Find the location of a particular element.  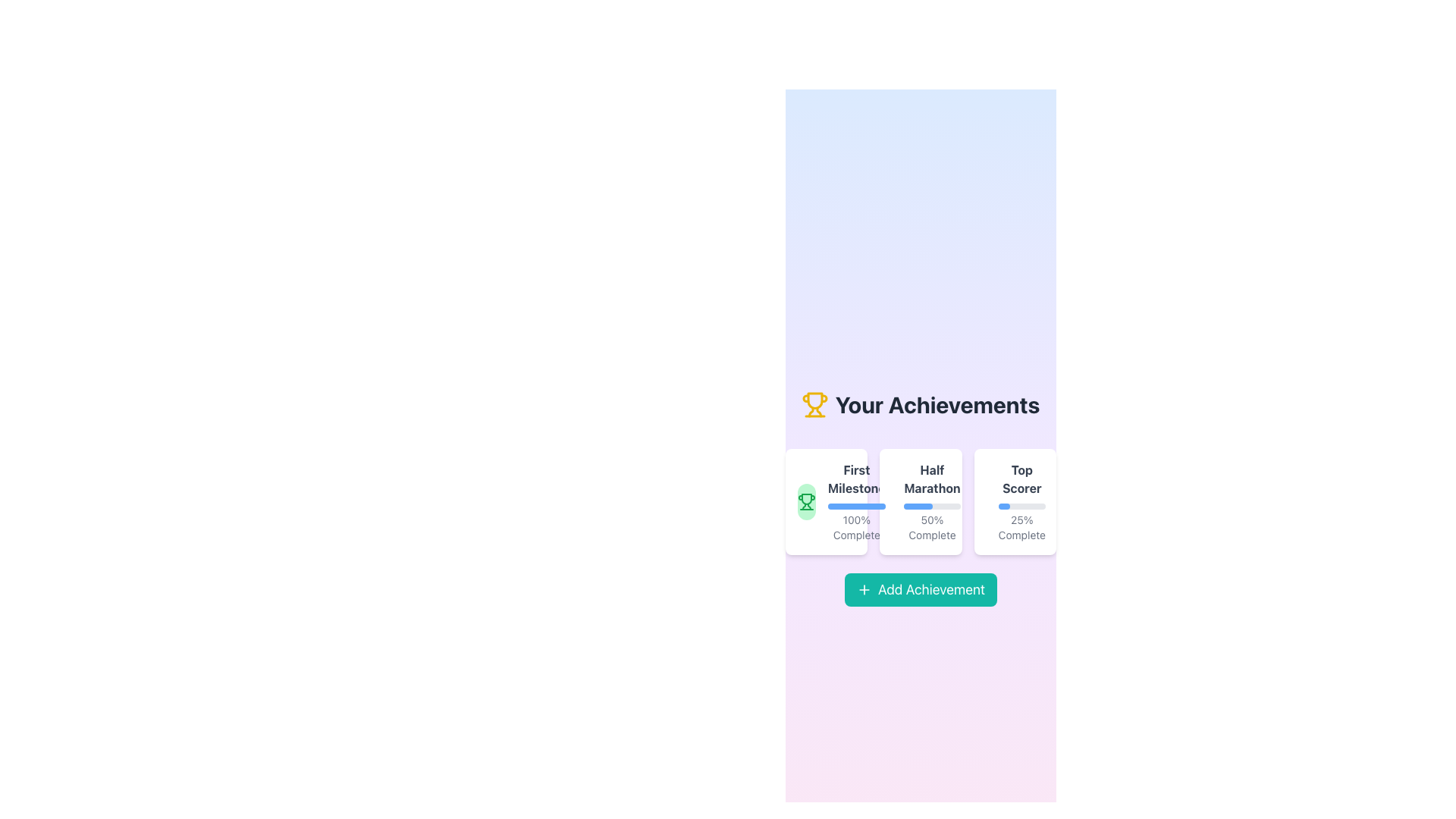

the trophy icon located to the left of the 'Your Achievements' text is located at coordinates (814, 403).